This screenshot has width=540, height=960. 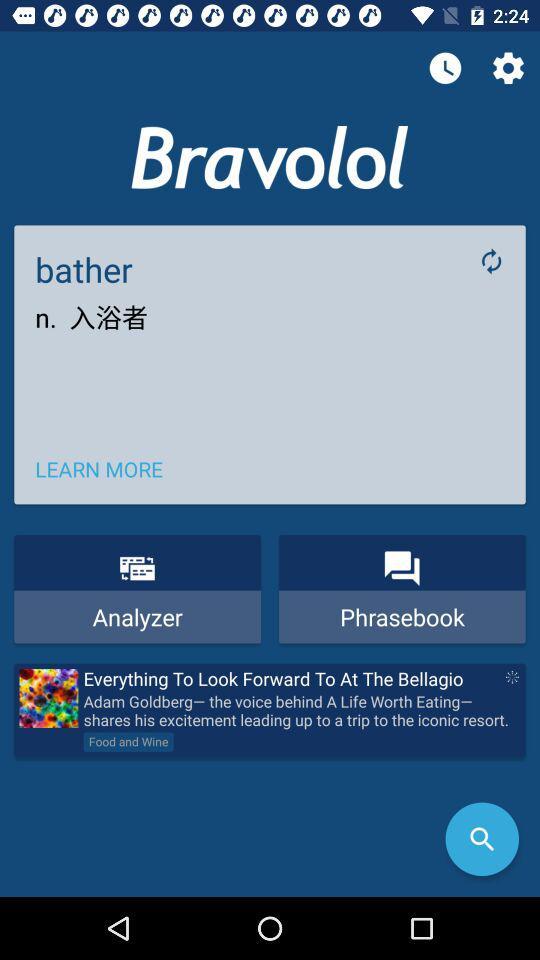 What do you see at coordinates (481, 839) in the screenshot?
I see `search` at bounding box center [481, 839].